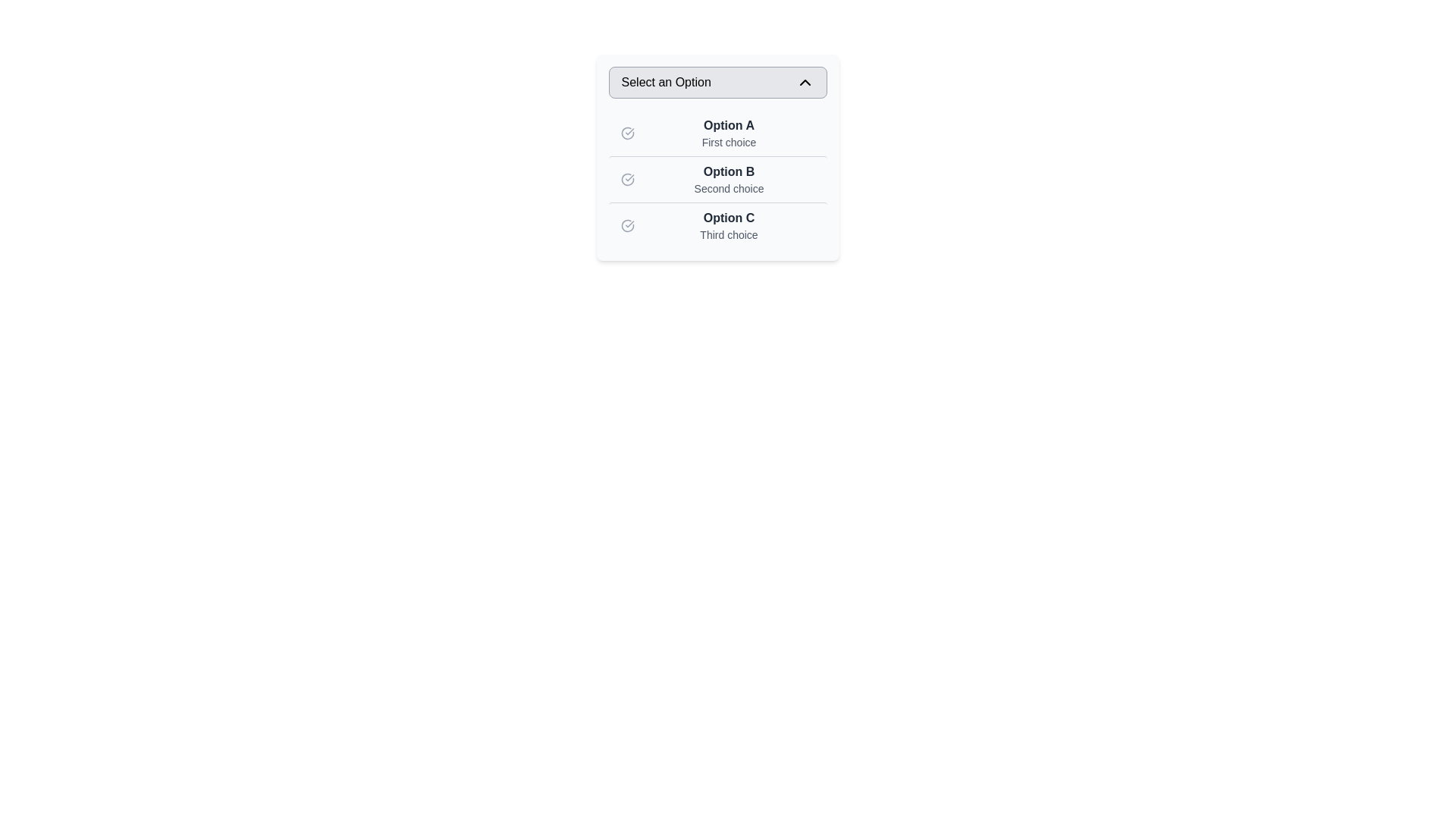 The height and width of the screenshot is (819, 1456). What do you see at coordinates (729, 188) in the screenshot?
I see `text label that provides a description for 'Option B', positioned beneath the bold text and centrally aligned in the dropdown menu` at bounding box center [729, 188].